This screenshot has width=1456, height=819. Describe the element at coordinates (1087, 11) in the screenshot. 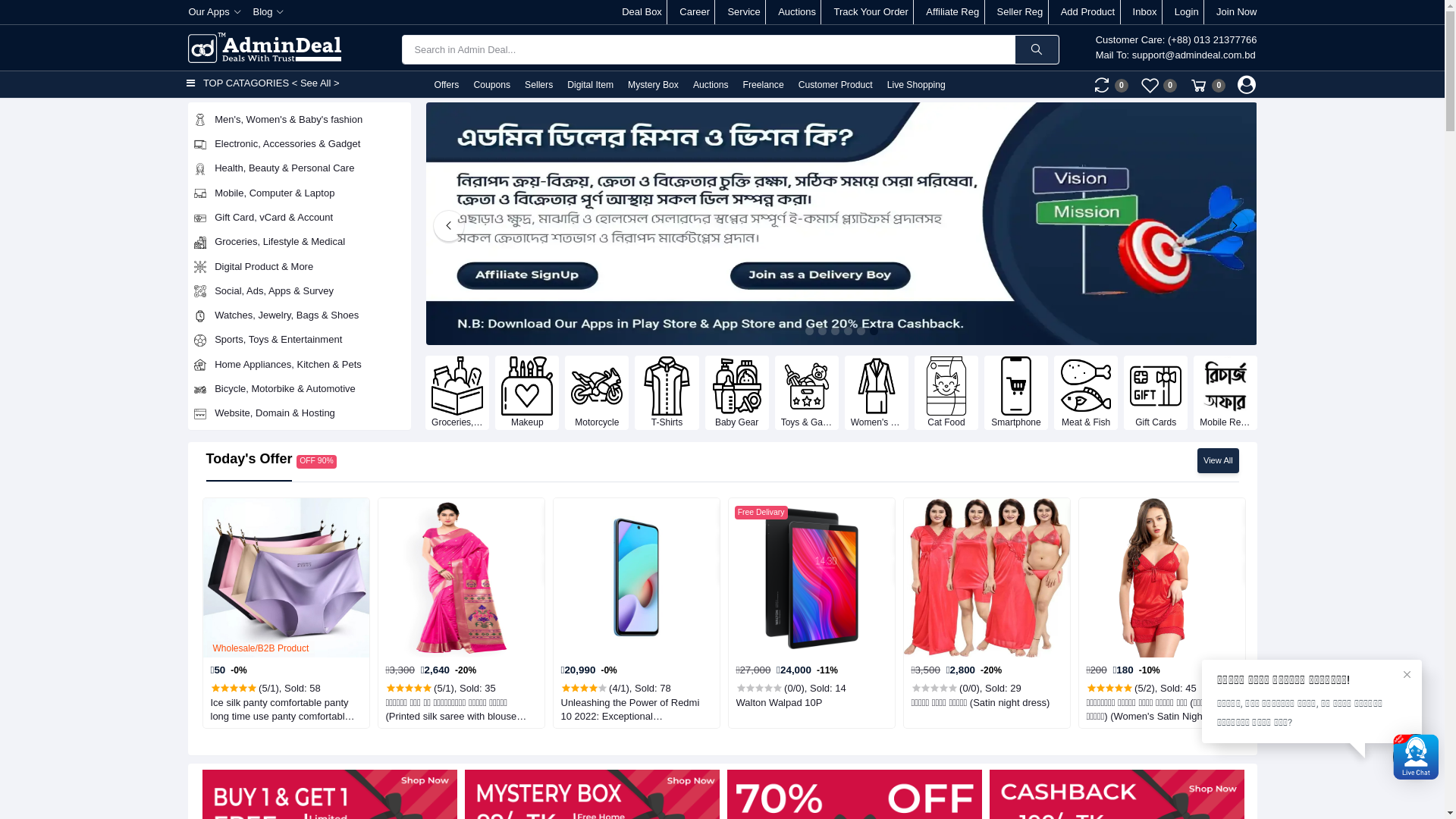

I see `'Add Product'` at that location.